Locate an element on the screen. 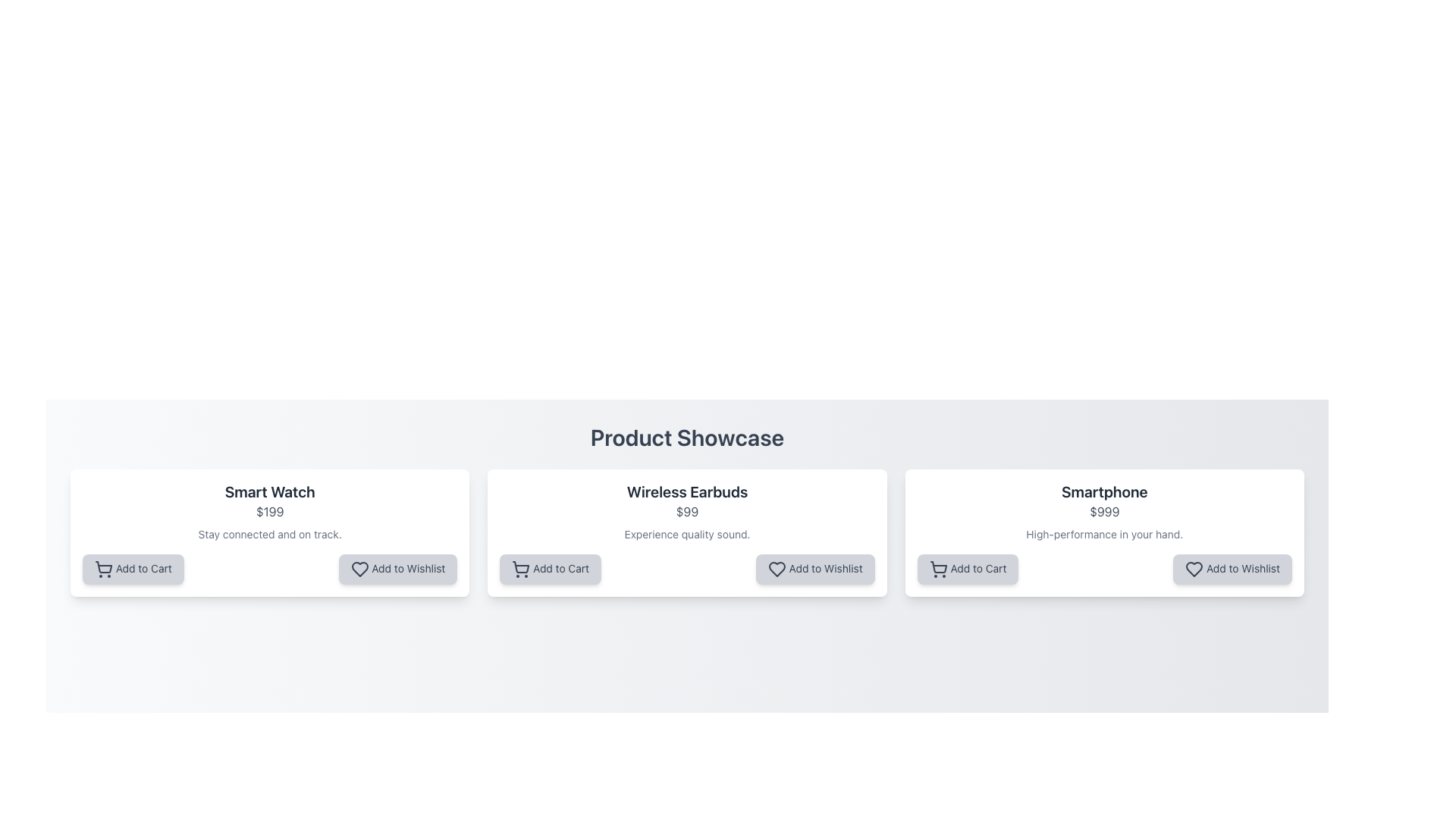 Image resolution: width=1456 pixels, height=819 pixels. the text label 'Smartphone', which is styled in a larger bold font and colored dark gray, positioned at the top of the rightmost product card is located at coordinates (1104, 491).